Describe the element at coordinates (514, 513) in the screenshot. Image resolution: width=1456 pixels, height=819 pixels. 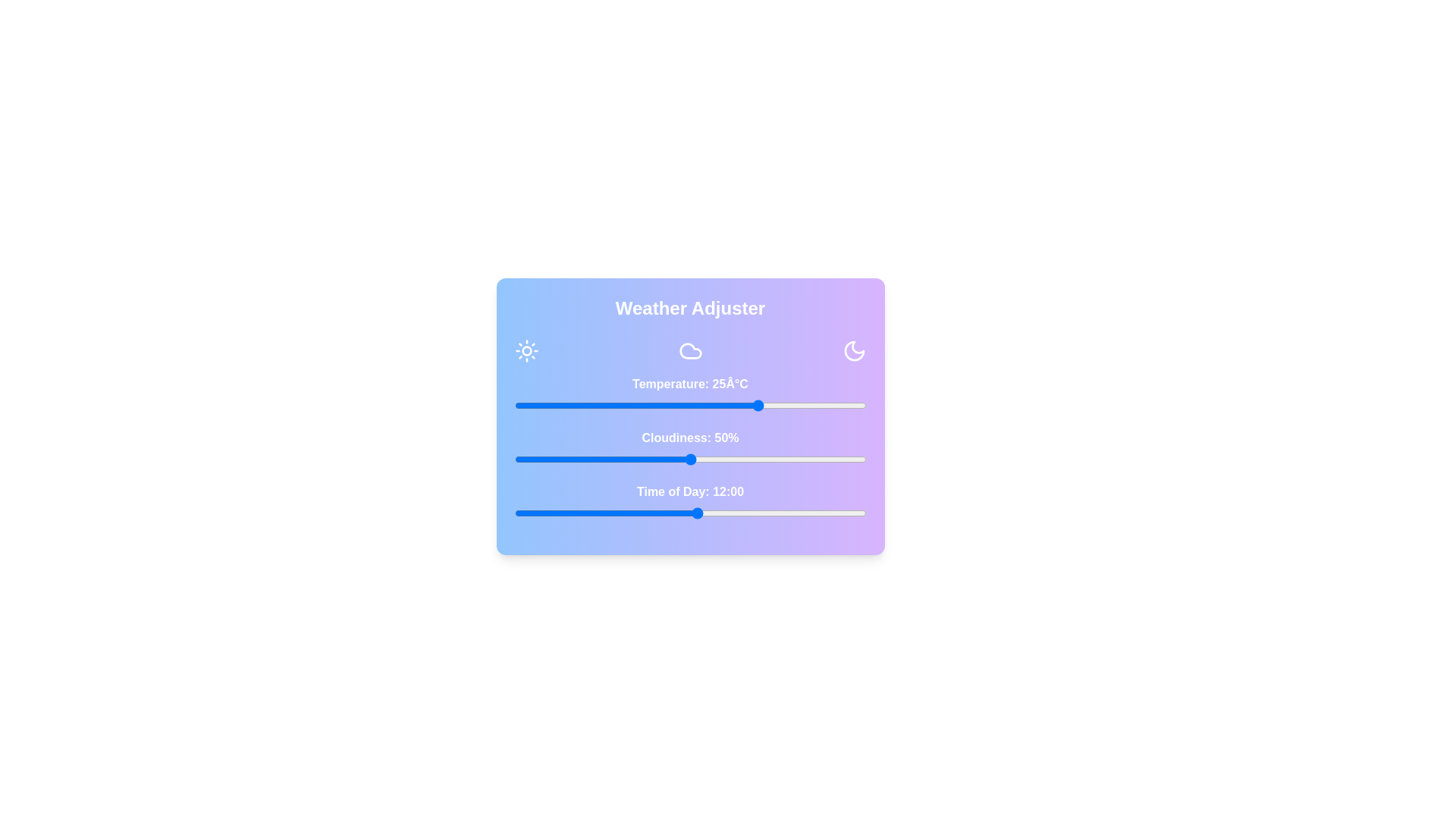
I see `the time of day` at that location.